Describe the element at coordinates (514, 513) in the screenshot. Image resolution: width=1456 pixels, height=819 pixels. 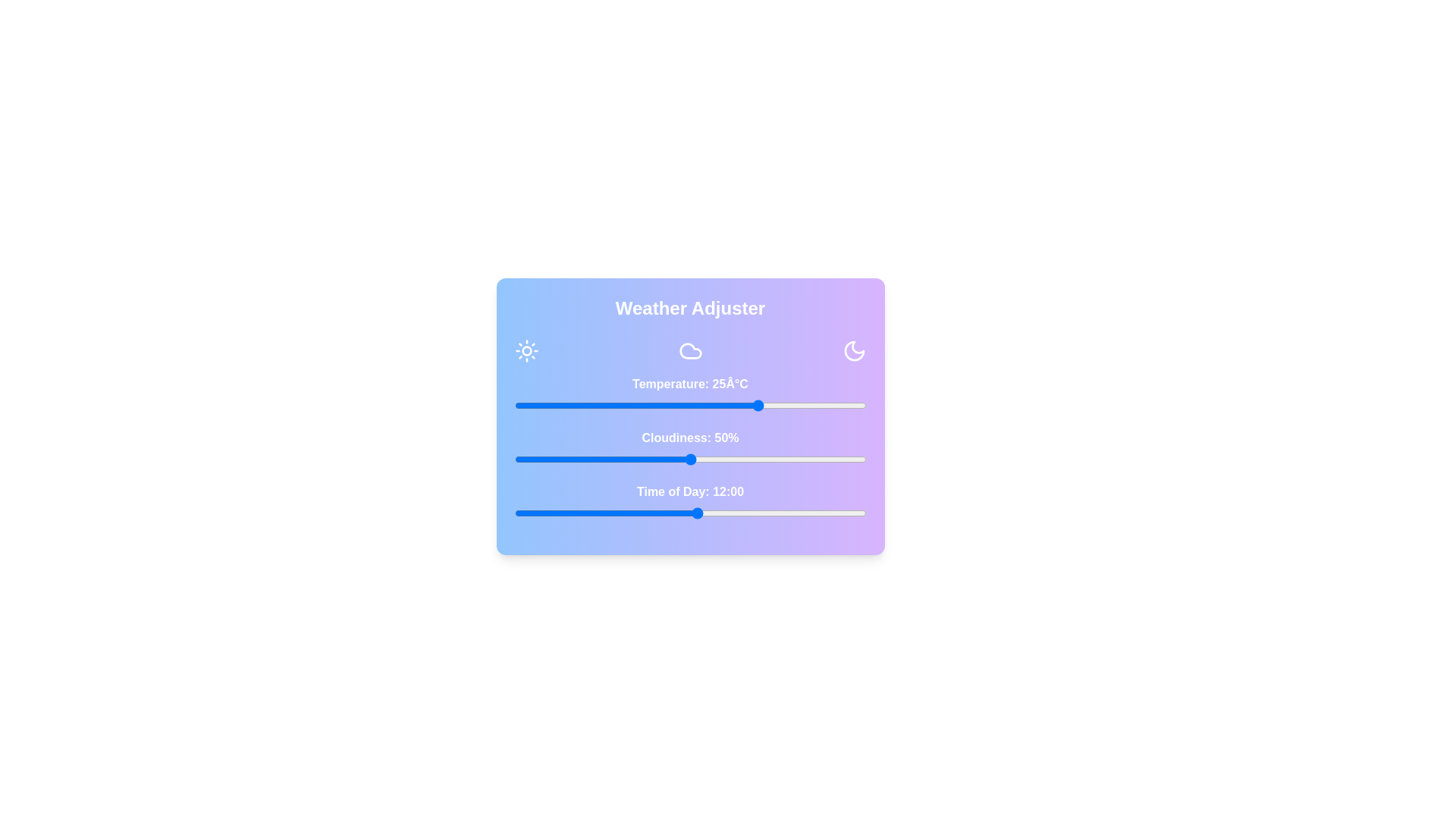
I see `the time of day` at that location.